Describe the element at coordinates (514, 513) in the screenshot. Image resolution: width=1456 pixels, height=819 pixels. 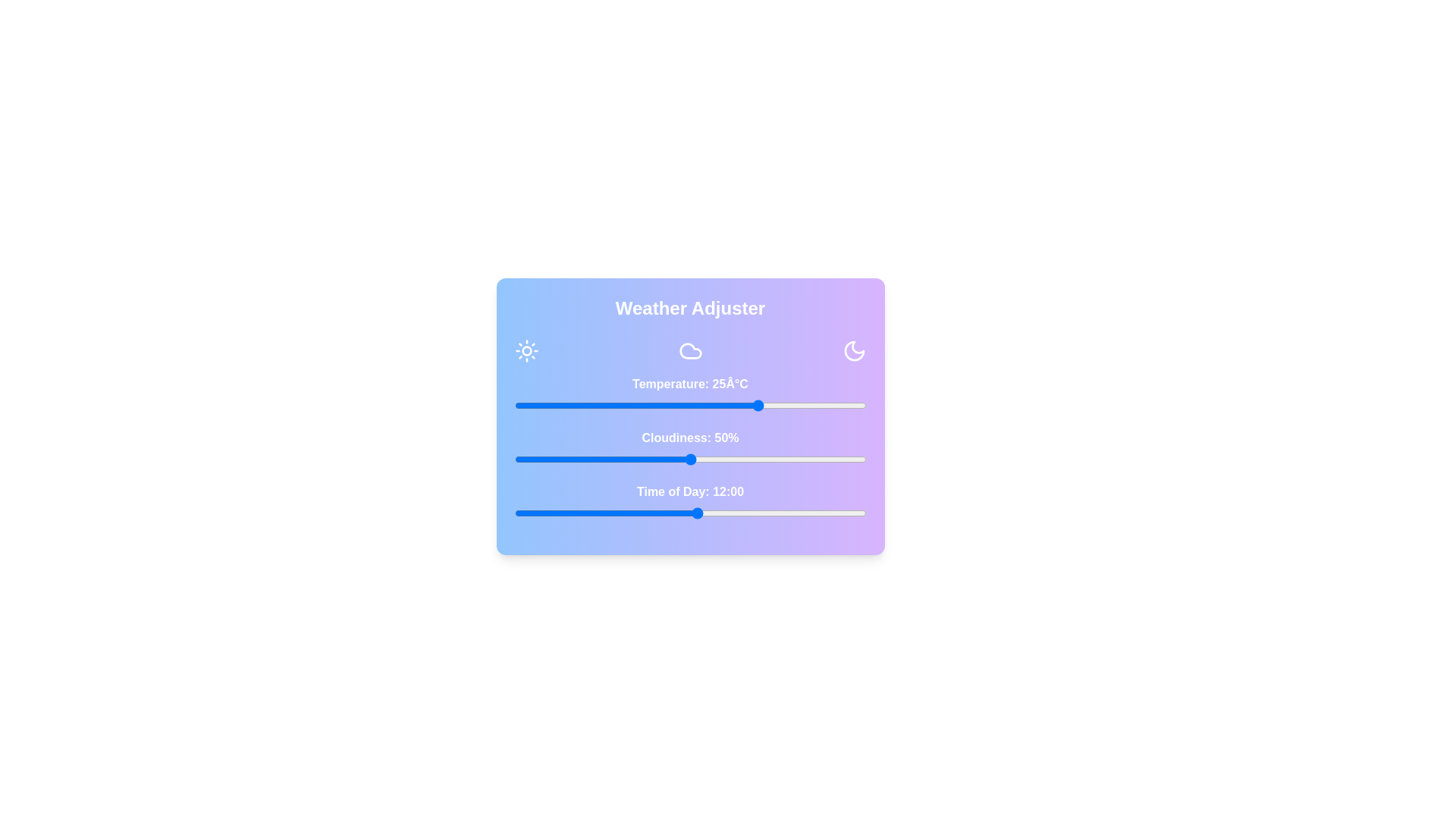
I see `the time of day` at that location.